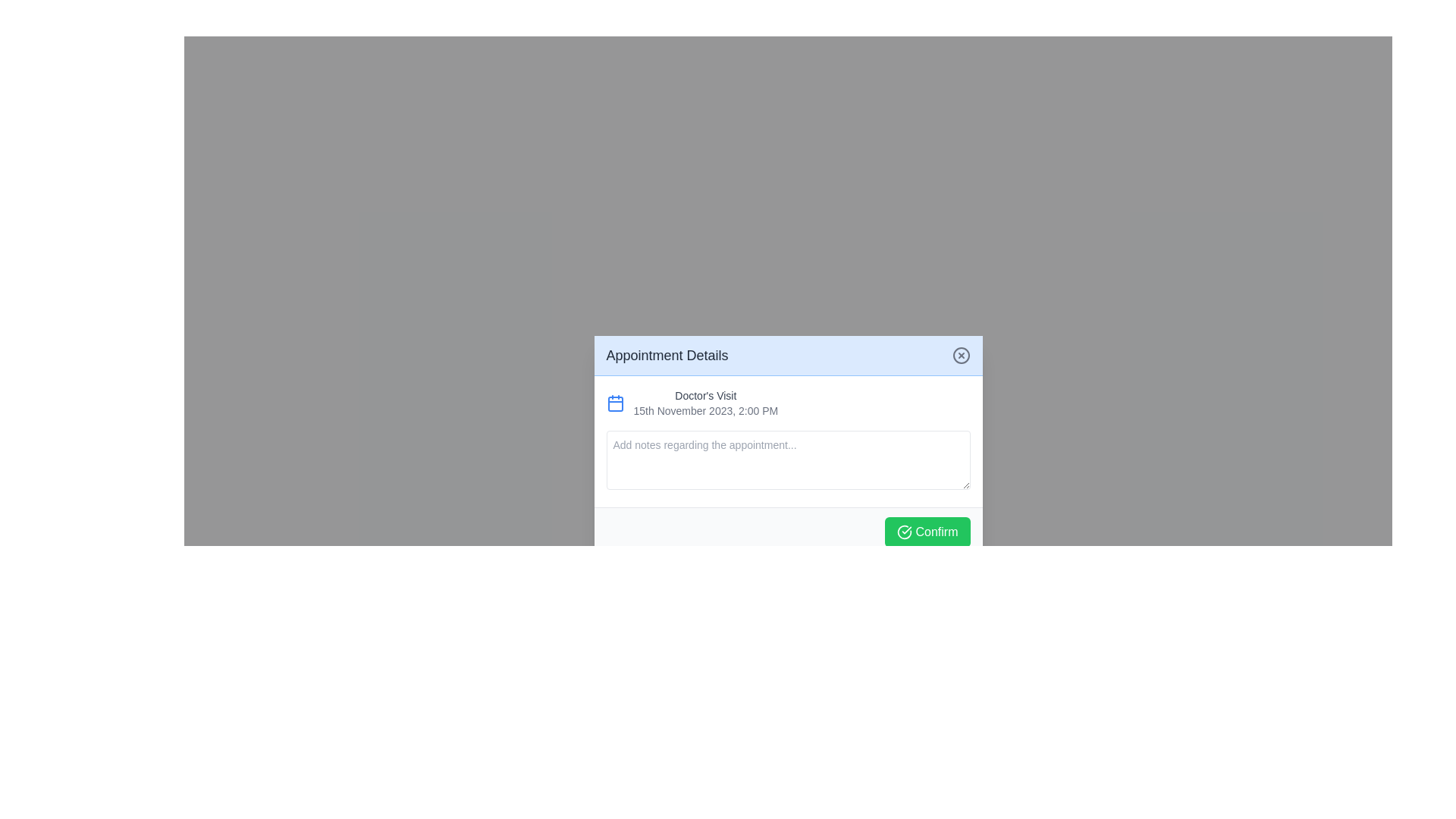 The image size is (1456, 819). What do you see at coordinates (615, 402) in the screenshot?
I see `the calendar icon outlined in blue, which is located to the far left of the grouping near the title 'Doctor's Visit' and the date '15th November 2023, 2:00 PM'` at bounding box center [615, 402].